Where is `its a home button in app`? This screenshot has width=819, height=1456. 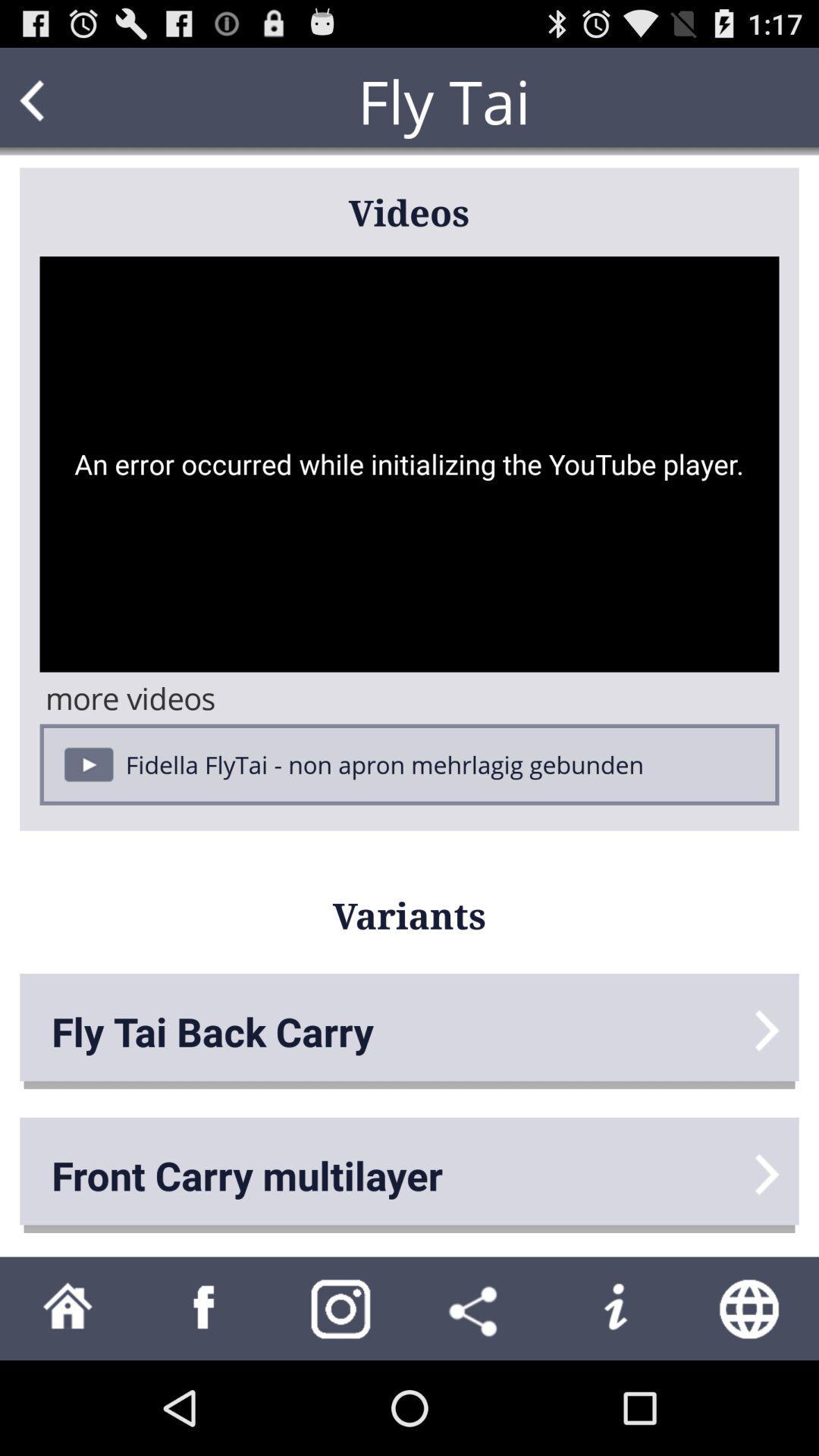 its a home button in app is located at coordinates (67, 1307).